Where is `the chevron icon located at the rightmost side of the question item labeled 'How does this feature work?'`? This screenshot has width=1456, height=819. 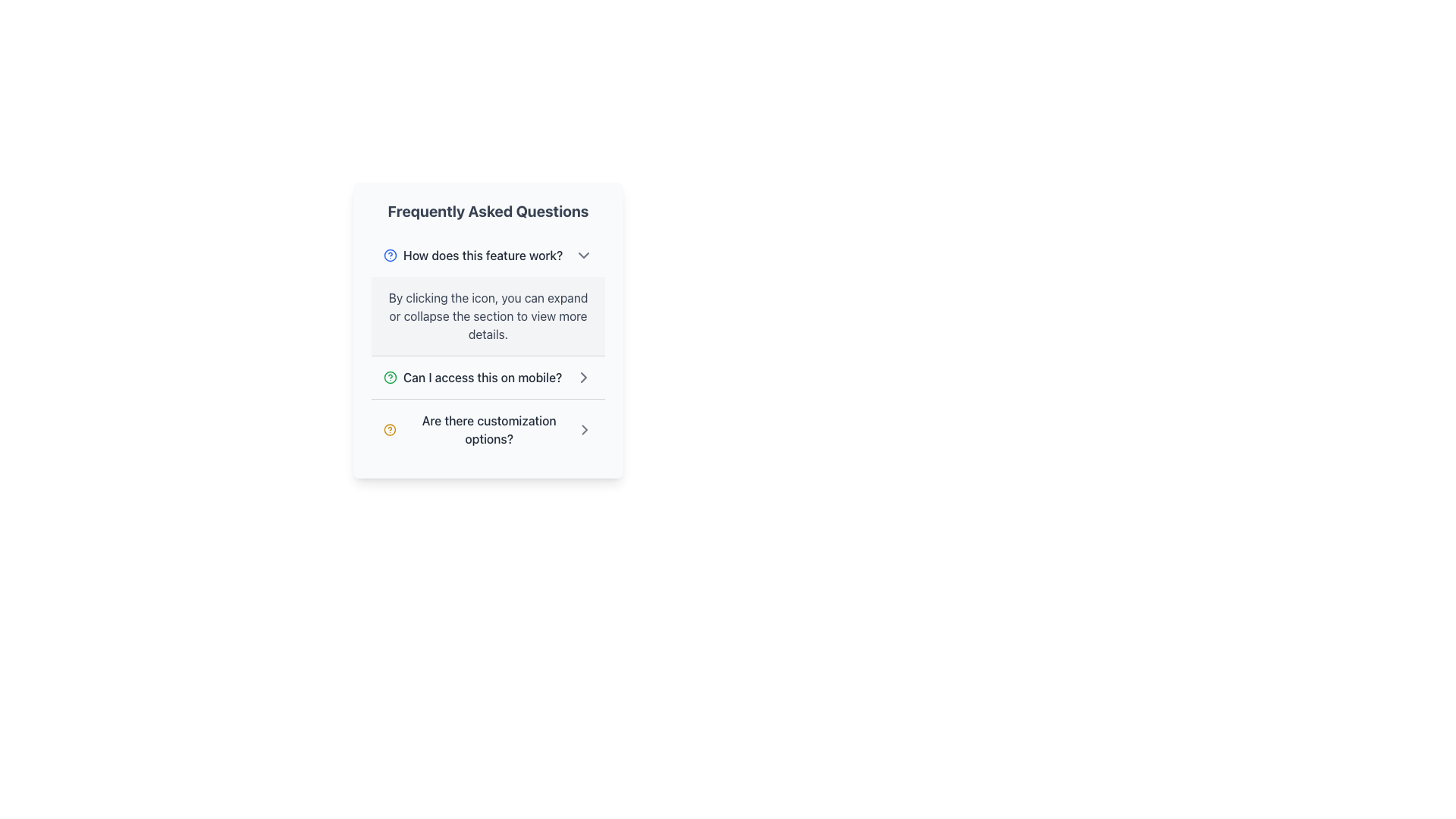
the chevron icon located at the rightmost side of the question item labeled 'How does this feature work?' is located at coordinates (582, 254).